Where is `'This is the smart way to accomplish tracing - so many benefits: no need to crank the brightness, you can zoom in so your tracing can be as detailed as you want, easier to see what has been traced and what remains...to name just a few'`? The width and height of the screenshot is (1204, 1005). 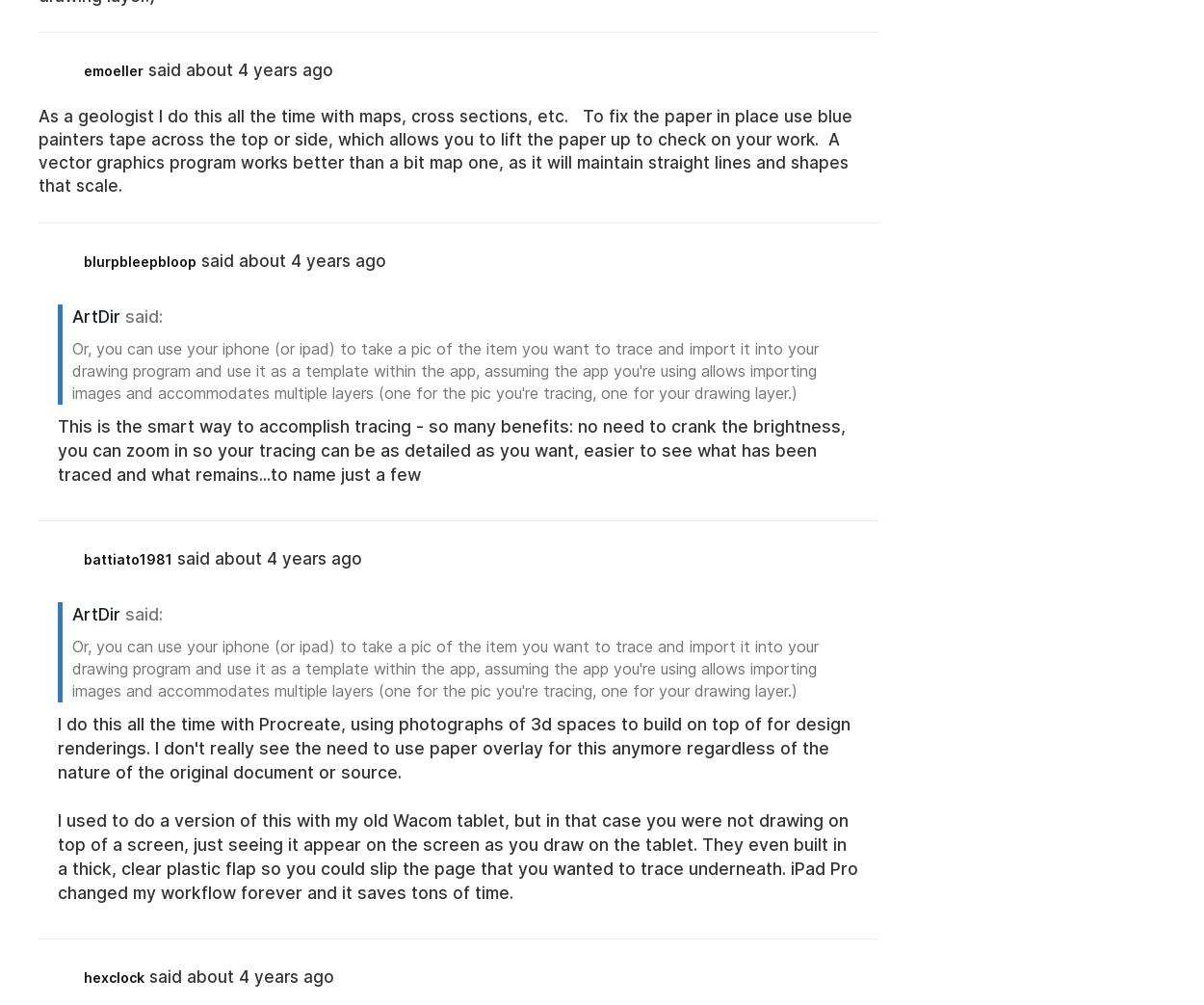 'This is the smart way to accomplish tracing - so many benefits: no need to crank the brightness, you can zoom in so your tracing can be as detailed as you want, easier to see what has been traced and what remains...to name just a few' is located at coordinates (451, 448).